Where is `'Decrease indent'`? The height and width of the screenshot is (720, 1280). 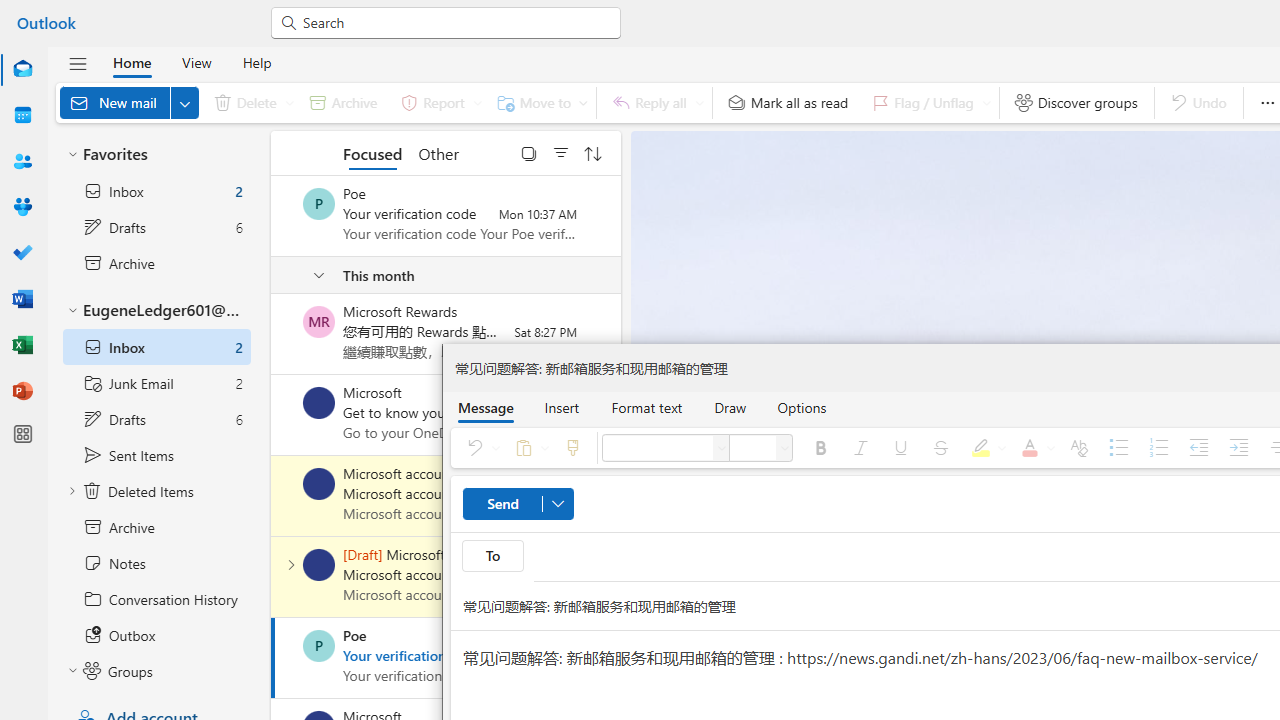
'Decrease indent' is located at coordinates (1198, 446).